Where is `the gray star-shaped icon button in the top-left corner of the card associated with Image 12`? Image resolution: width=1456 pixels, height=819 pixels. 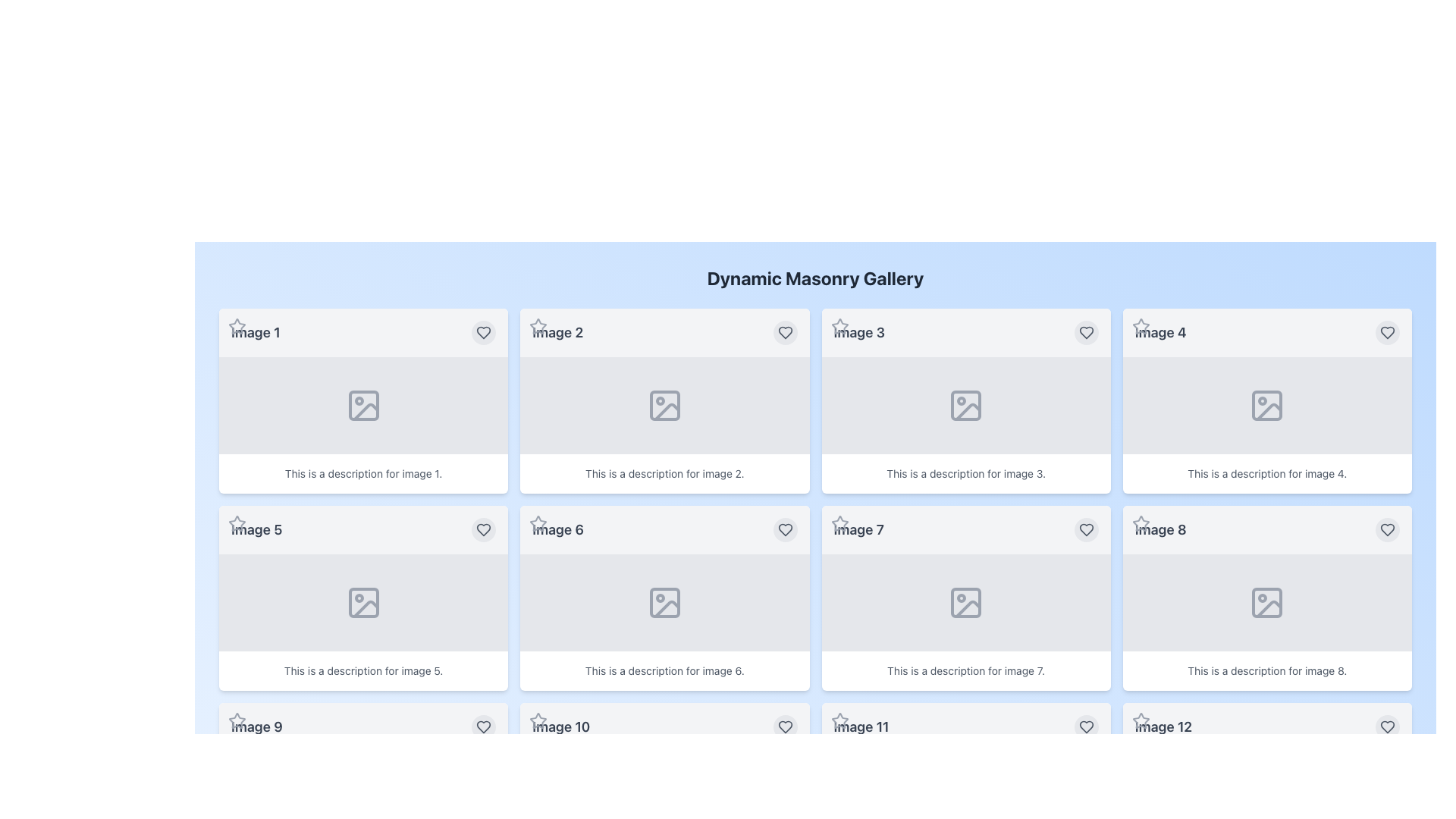 the gray star-shaped icon button in the top-left corner of the card associated with Image 12 is located at coordinates (1141, 720).